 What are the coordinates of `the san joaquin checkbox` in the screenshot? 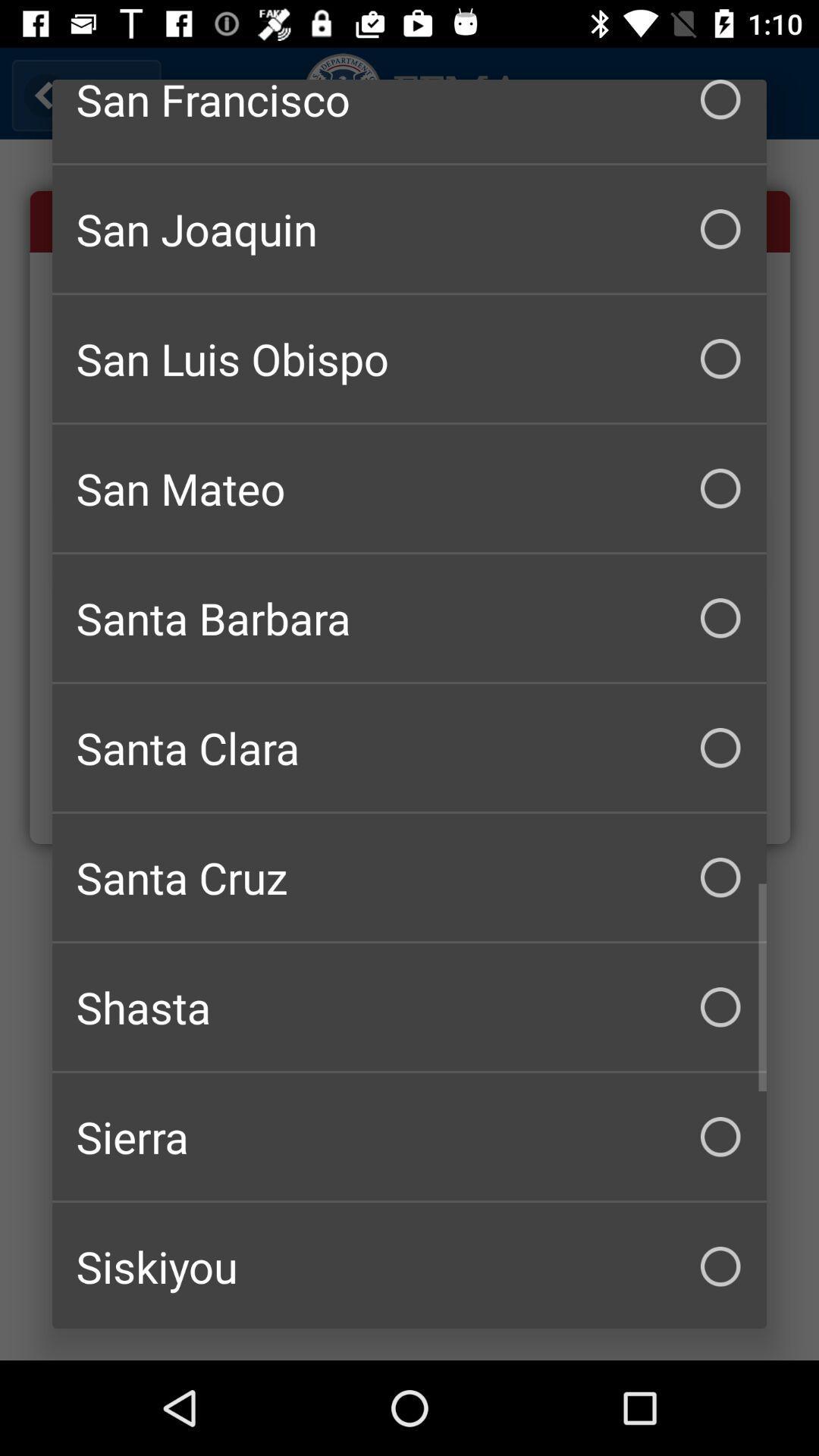 It's located at (409, 228).